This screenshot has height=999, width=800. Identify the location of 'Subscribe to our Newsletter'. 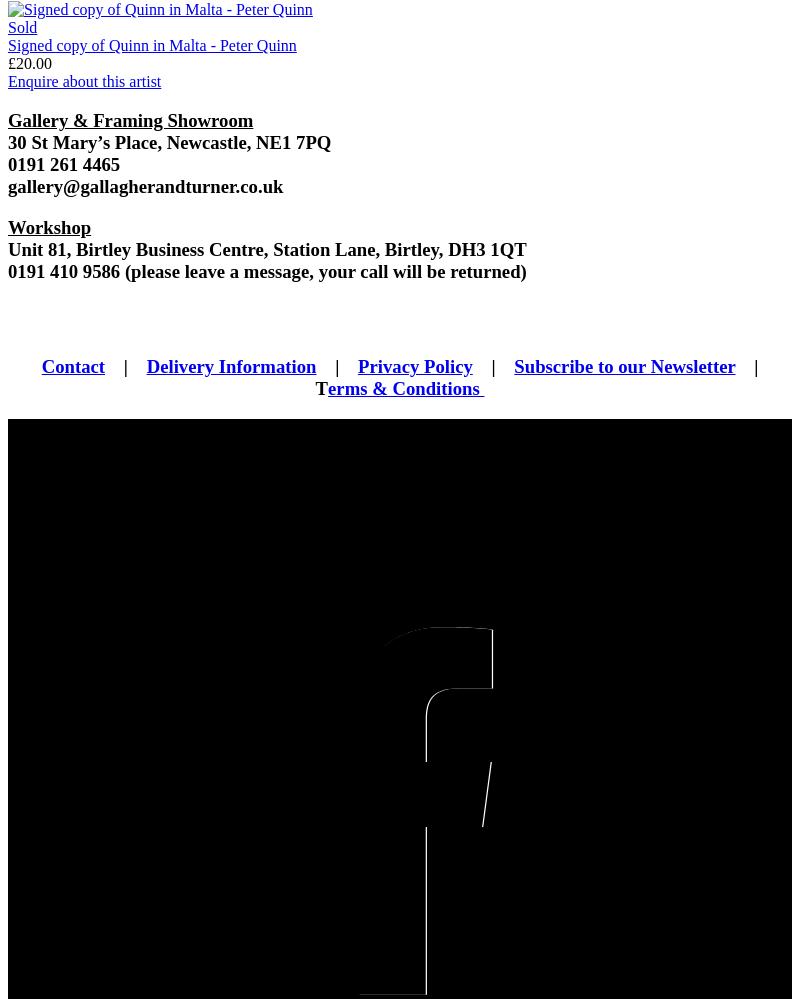
(624, 366).